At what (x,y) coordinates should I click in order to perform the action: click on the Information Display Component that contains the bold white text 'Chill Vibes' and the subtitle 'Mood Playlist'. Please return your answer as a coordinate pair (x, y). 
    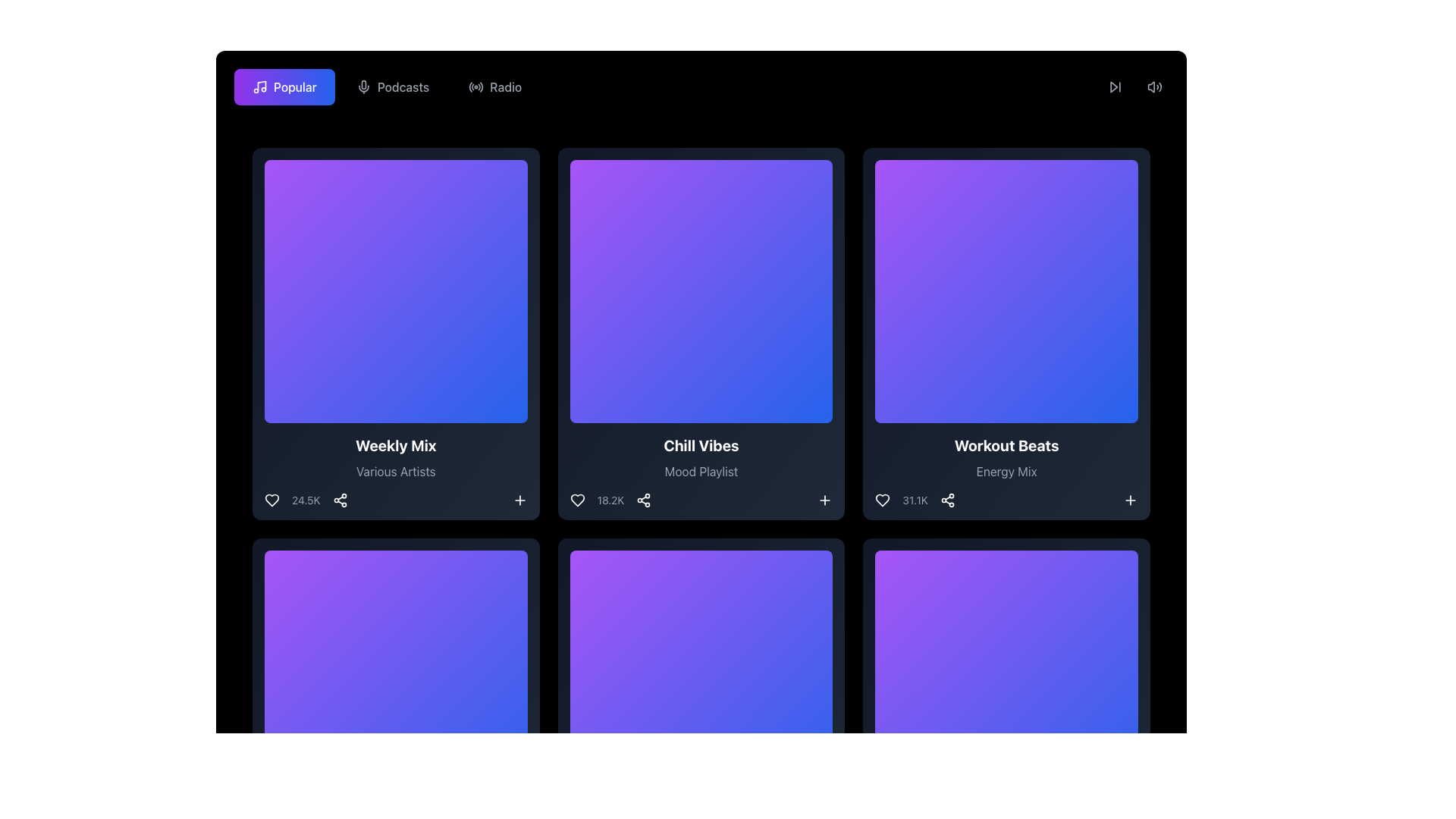
    Looking at the image, I should click on (701, 470).